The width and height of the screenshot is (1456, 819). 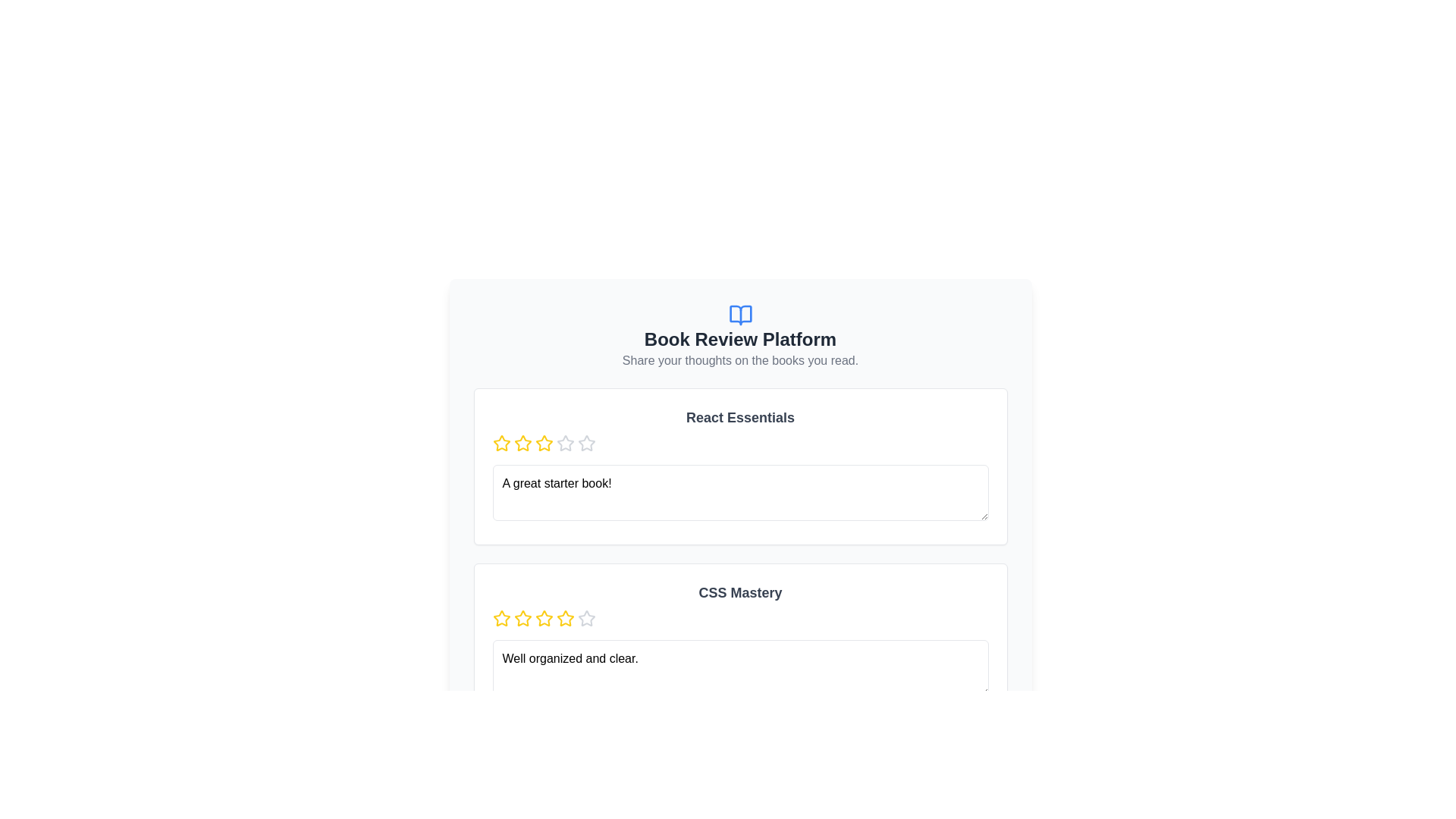 I want to click on the first star icon, so click(x=501, y=618).